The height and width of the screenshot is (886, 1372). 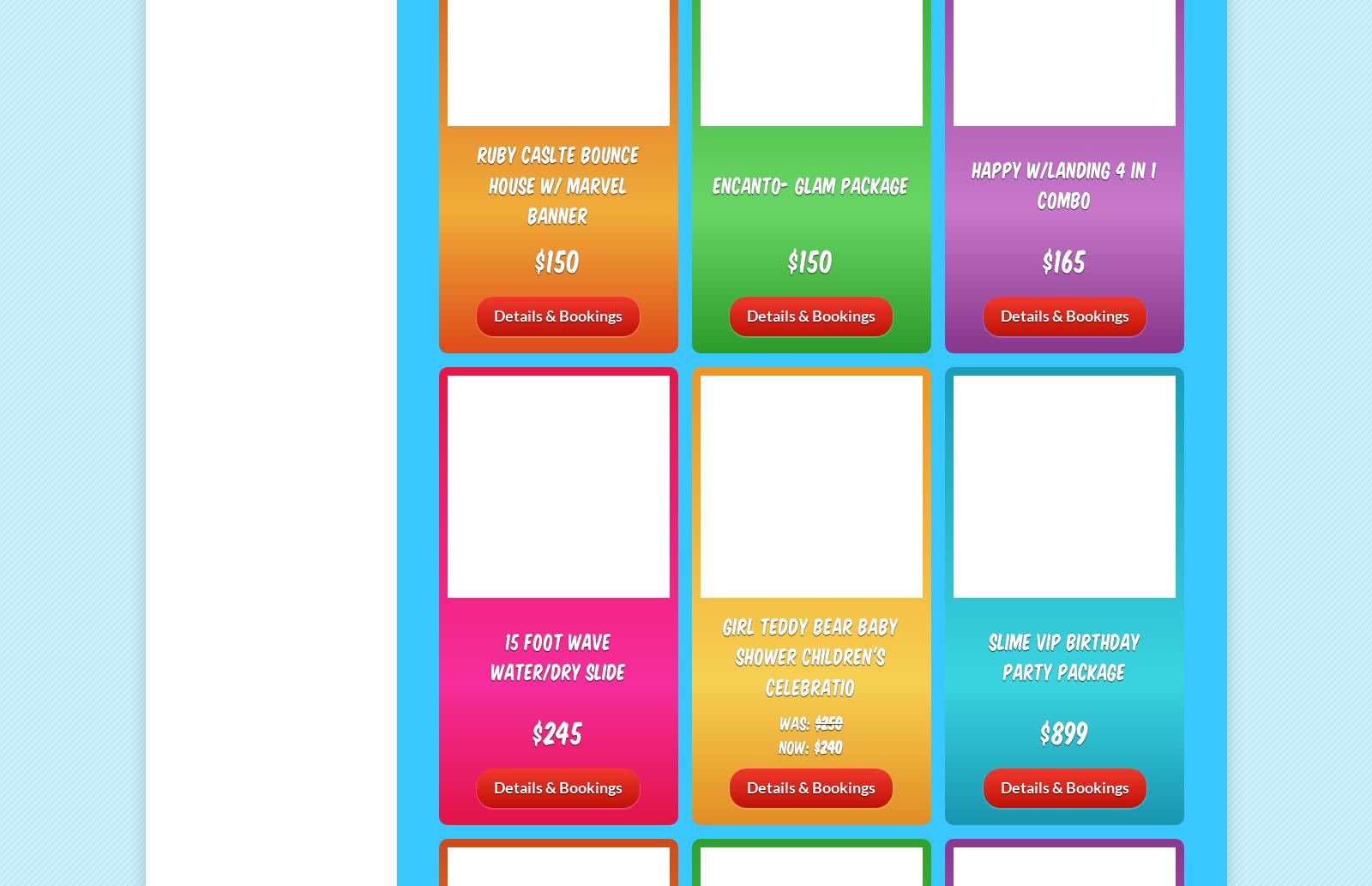 What do you see at coordinates (796, 721) in the screenshot?
I see `'Was:'` at bounding box center [796, 721].